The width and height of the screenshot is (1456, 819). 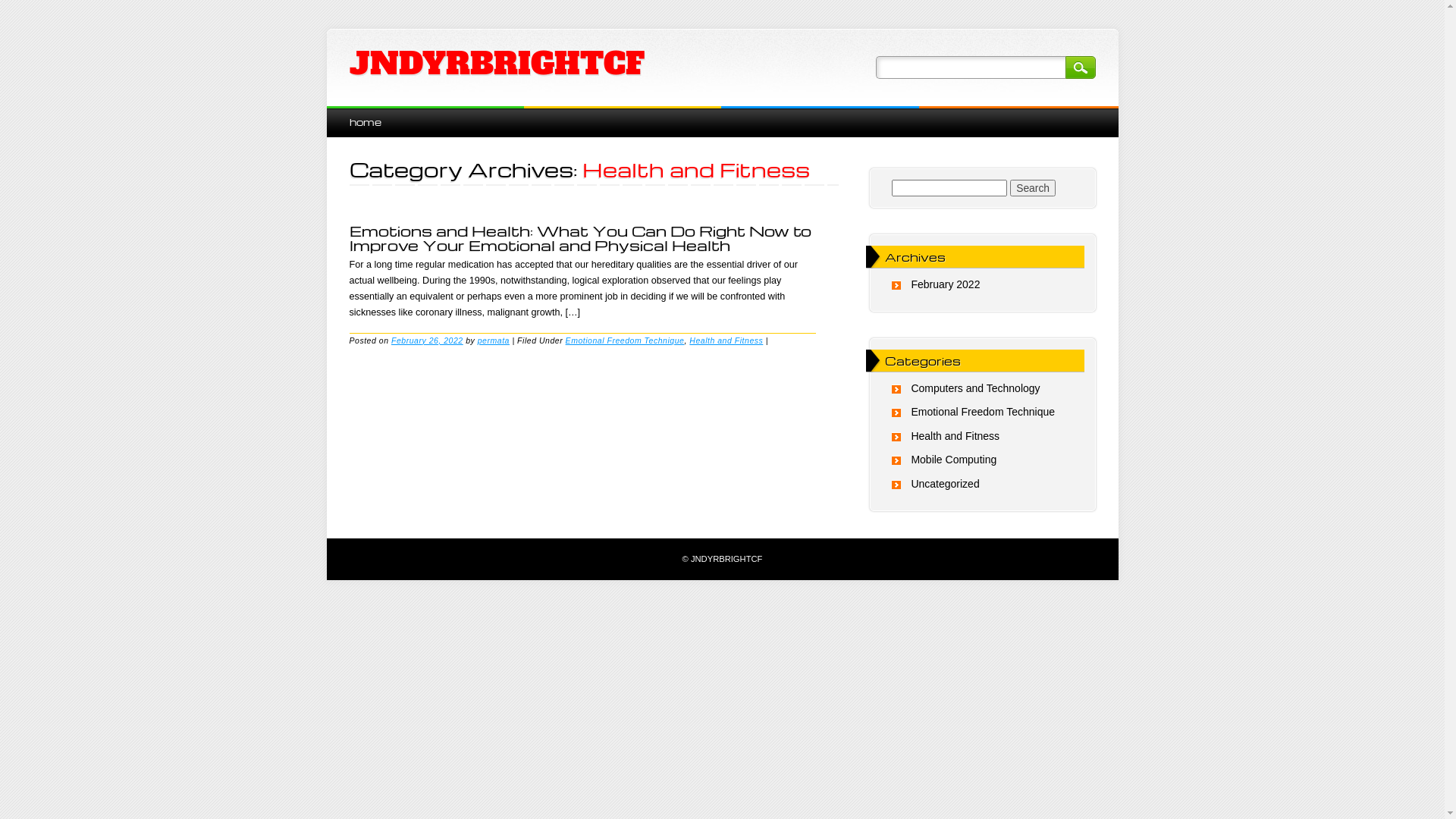 I want to click on 'Search', so click(x=1063, y=66).